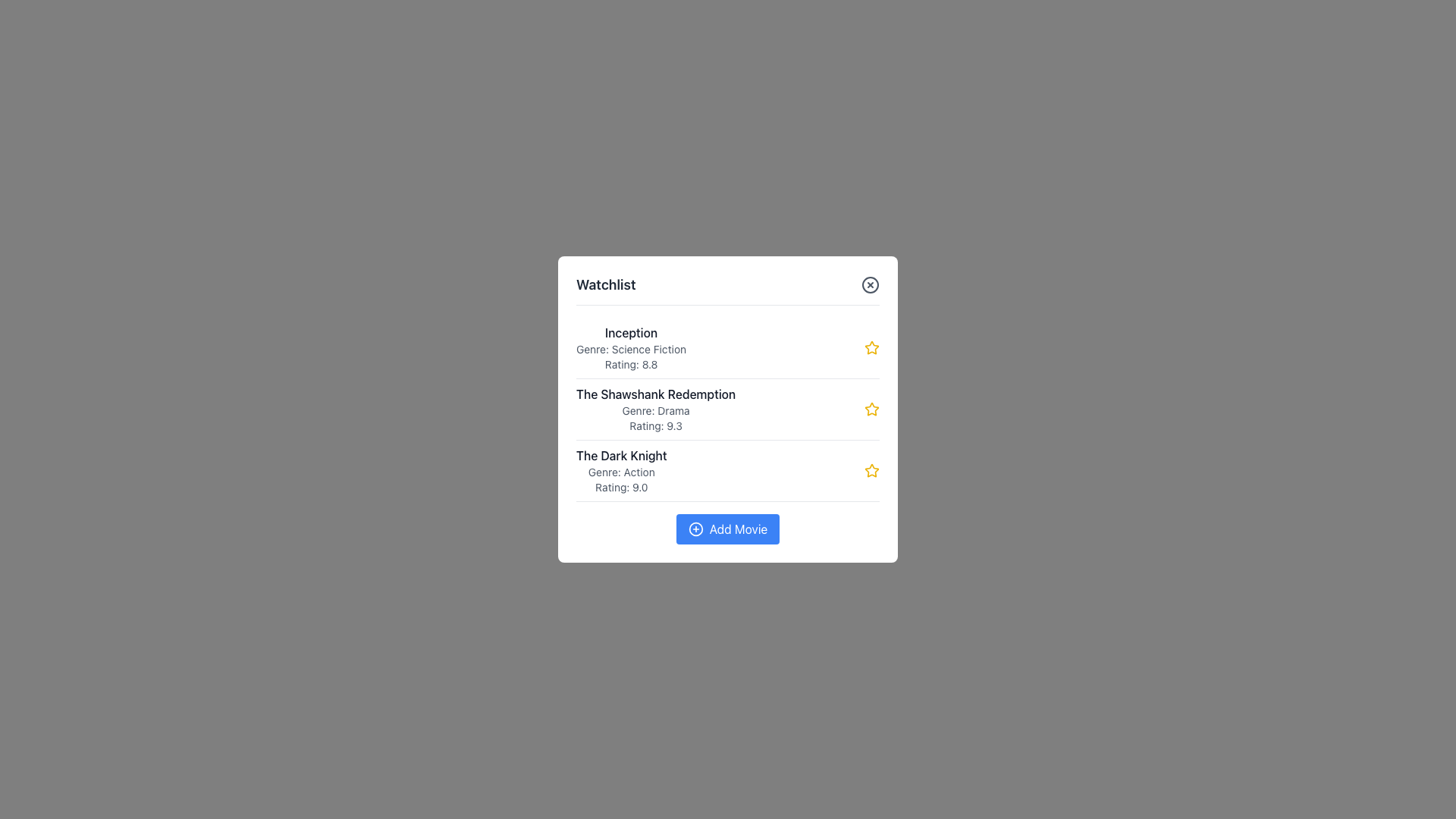 This screenshot has height=819, width=1456. What do you see at coordinates (656, 426) in the screenshot?
I see `the static text label displaying the rating 'Rating: 9.3' for the movie 'The Shawshank Redemption', which is positioned beneath the genre description 'Genre: Drama'` at bounding box center [656, 426].